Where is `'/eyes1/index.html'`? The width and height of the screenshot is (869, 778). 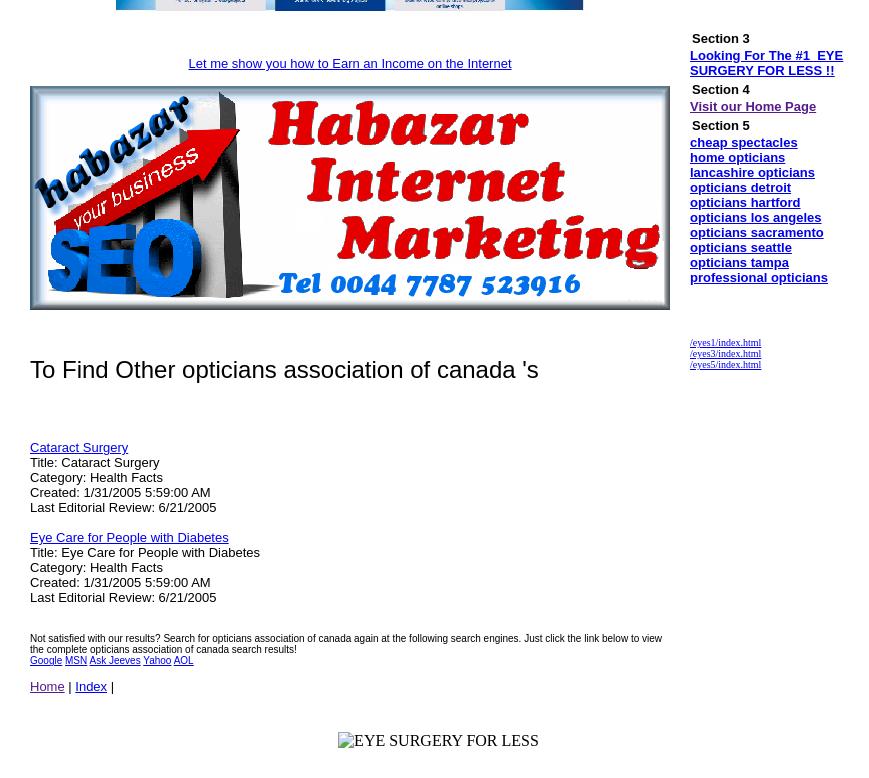 '/eyes1/index.html' is located at coordinates (725, 341).